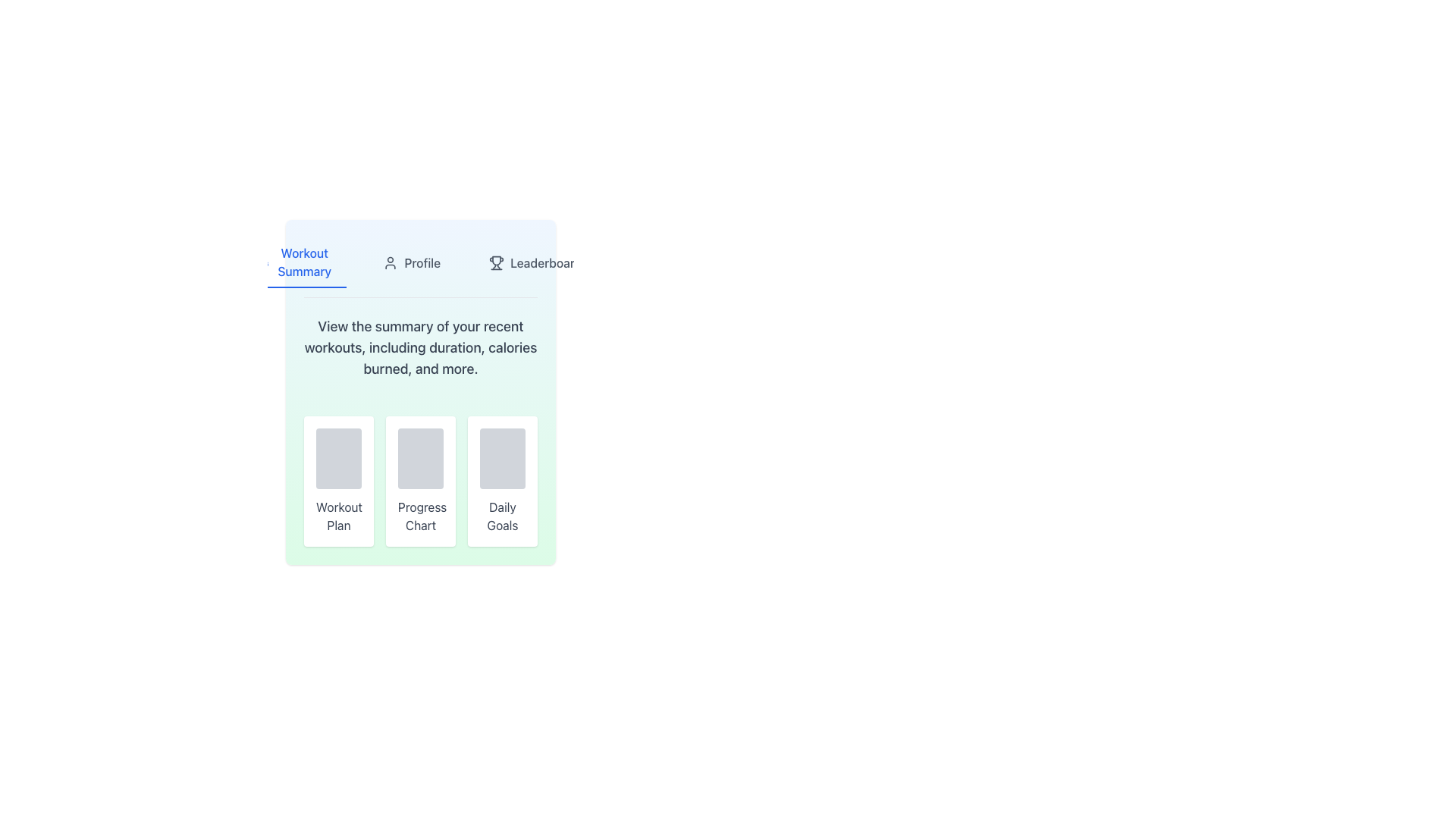 The image size is (1456, 819). What do you see at coordinates (337, 516) in the screenshot?
I see `the 'Workout Plan' text label styled in dark gray, located in the lower-middle part of a card-like UI component` at bounding box center [337, 516].